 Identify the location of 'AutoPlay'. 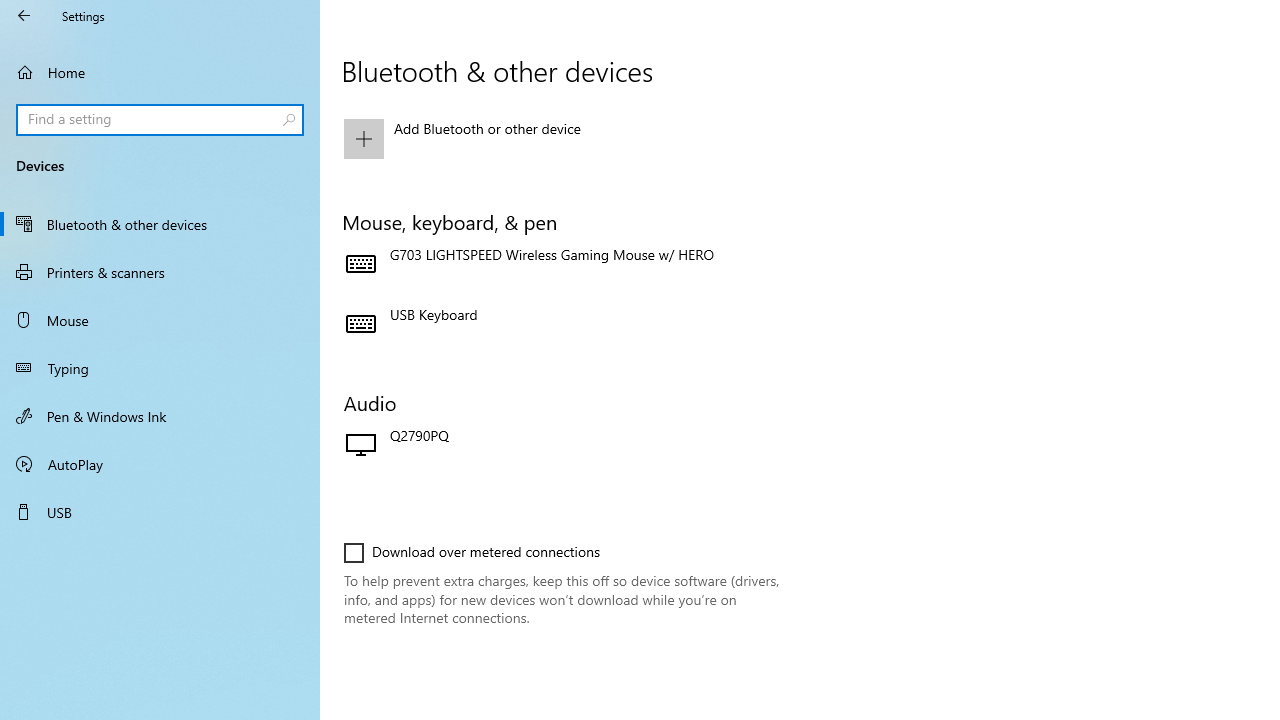
(160, 464).